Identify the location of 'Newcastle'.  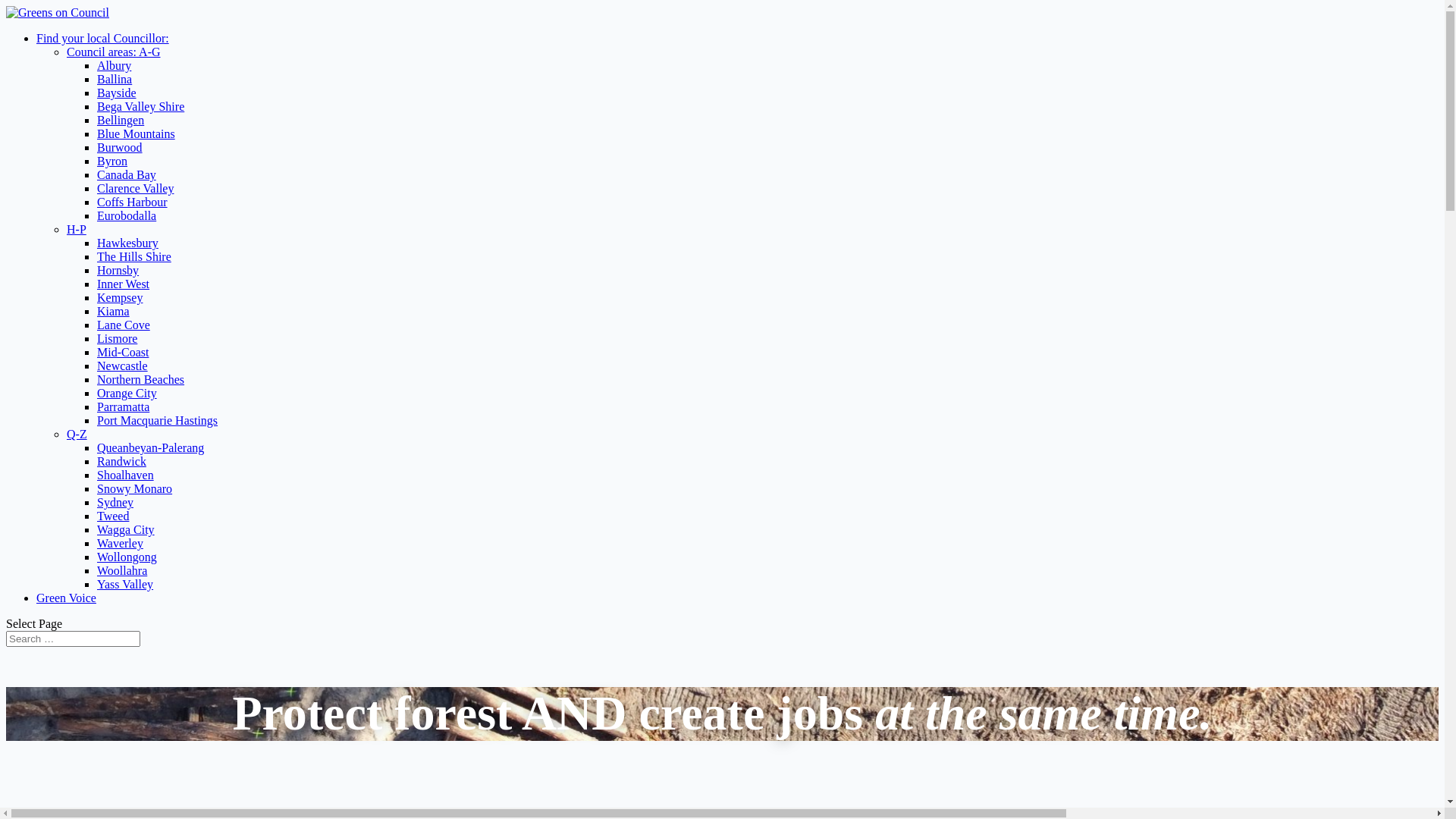
(122, 366).